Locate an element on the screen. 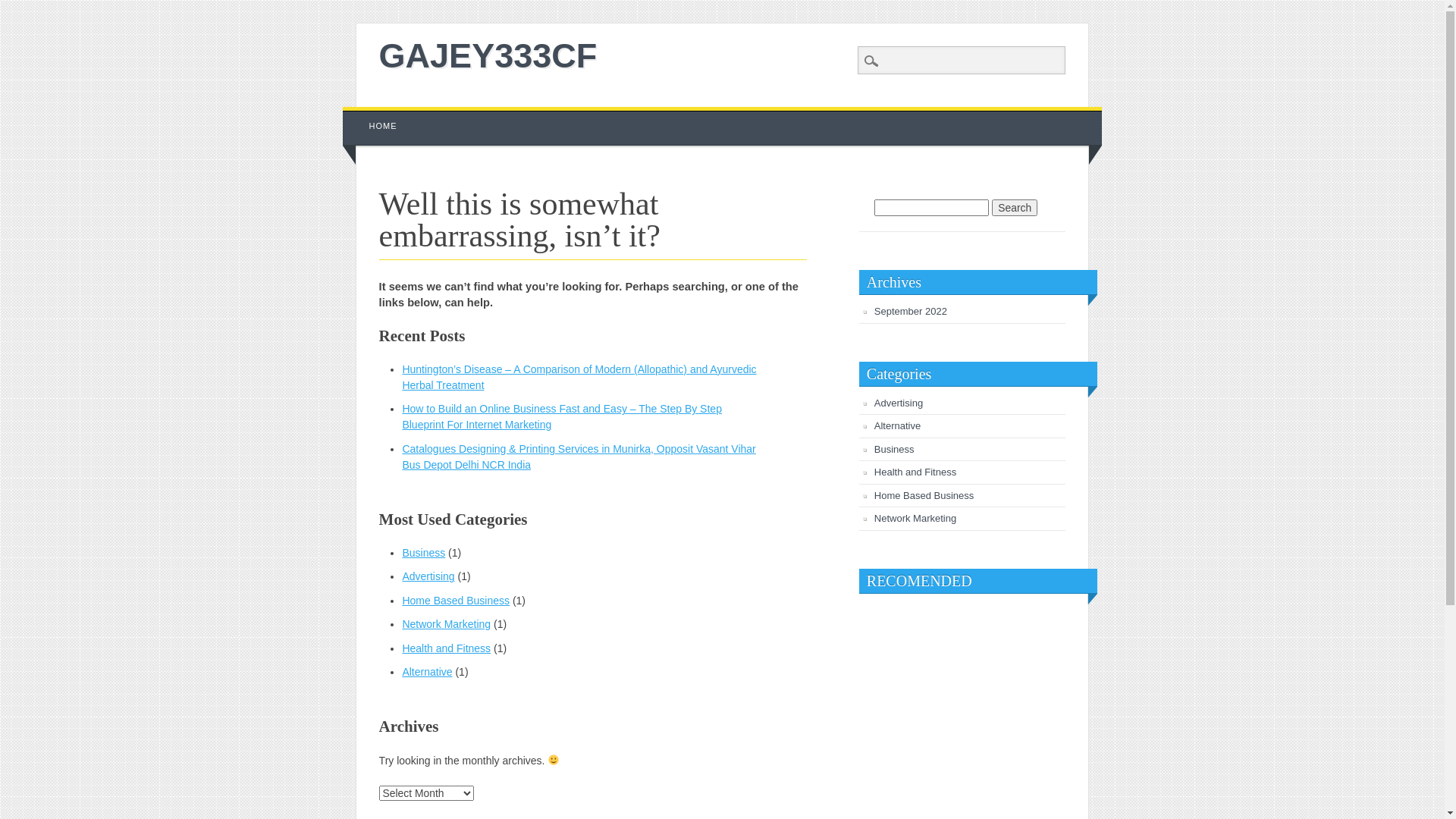  'Home Based Business' is located at coordinates (454, 599).